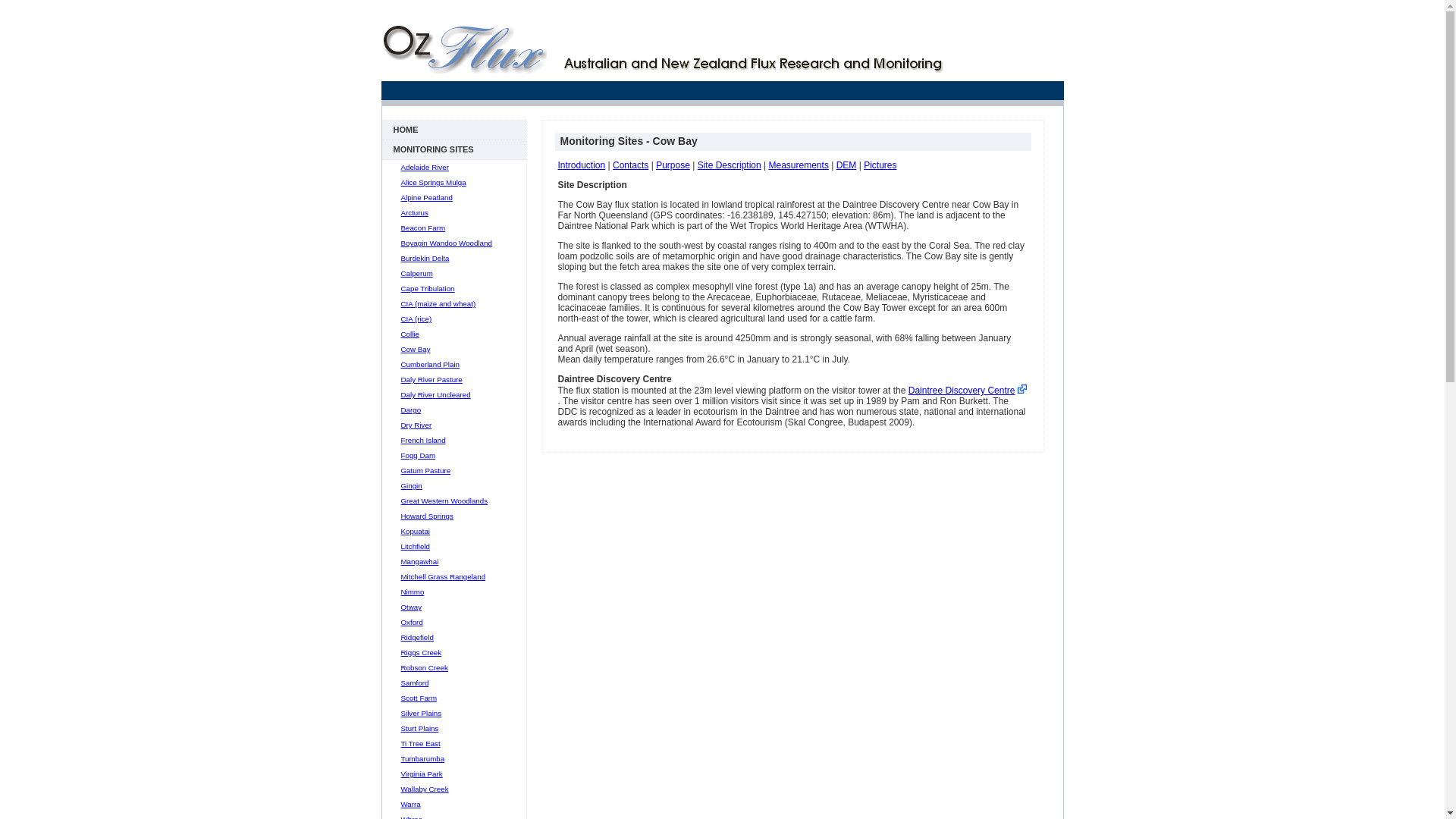  I want to click on 'Fogg Dam', so click(418, 454).